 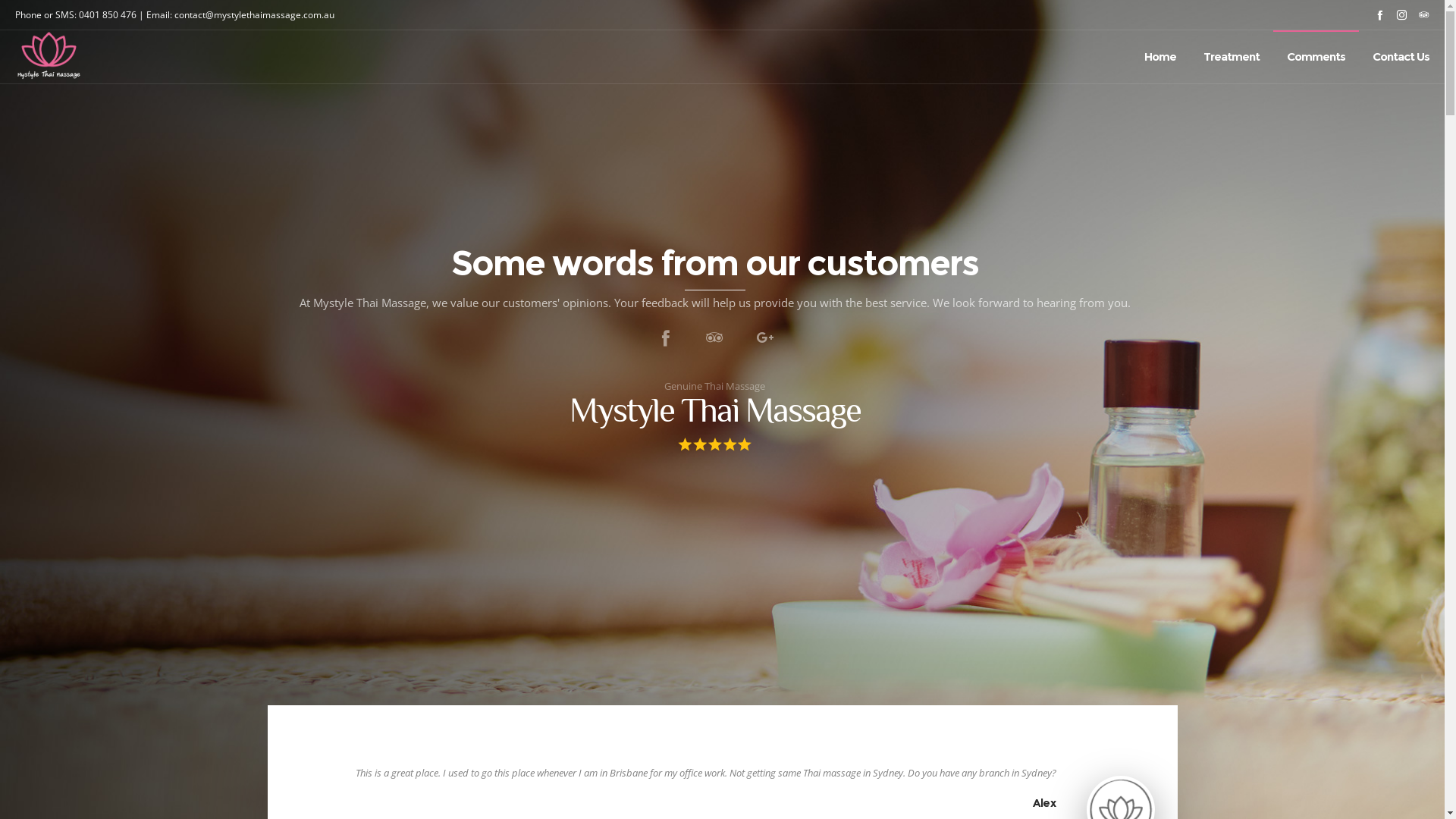 What do you see at coordinates (1315, 55) in the screenshot?
I see `'Comments'` at bounding box center [1315, 55].